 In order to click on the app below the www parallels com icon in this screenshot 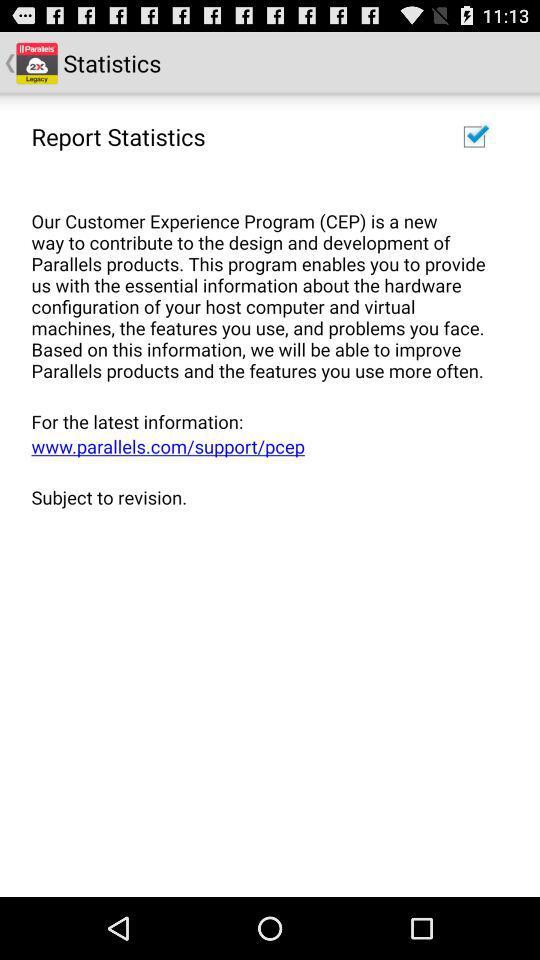, I will do `click(263, 496)`.